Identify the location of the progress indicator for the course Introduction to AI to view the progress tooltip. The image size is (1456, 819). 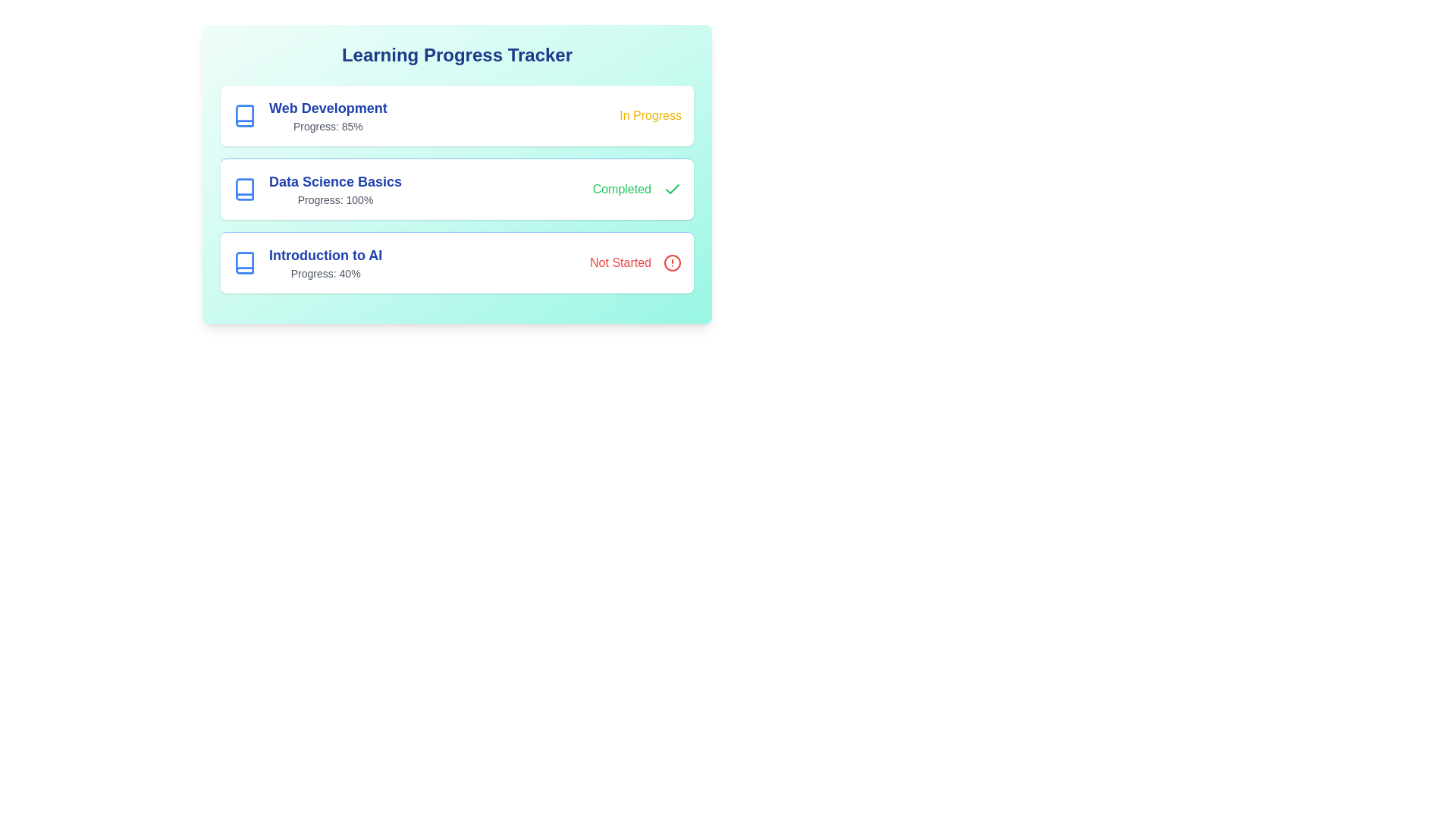
(306, 262).